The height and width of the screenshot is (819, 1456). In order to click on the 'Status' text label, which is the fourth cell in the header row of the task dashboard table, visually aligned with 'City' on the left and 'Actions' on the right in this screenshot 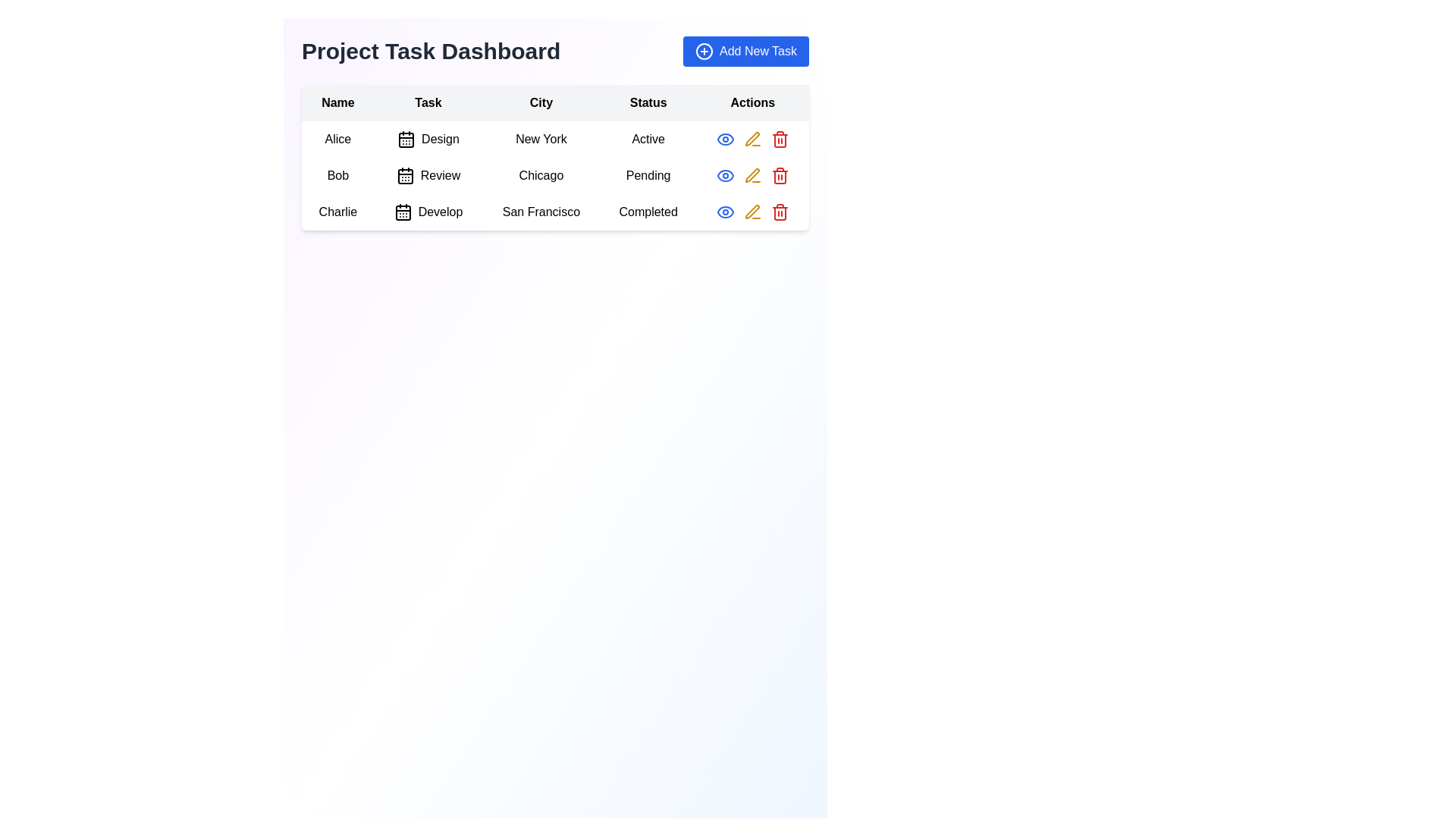, I will do `click(648, 102)`.